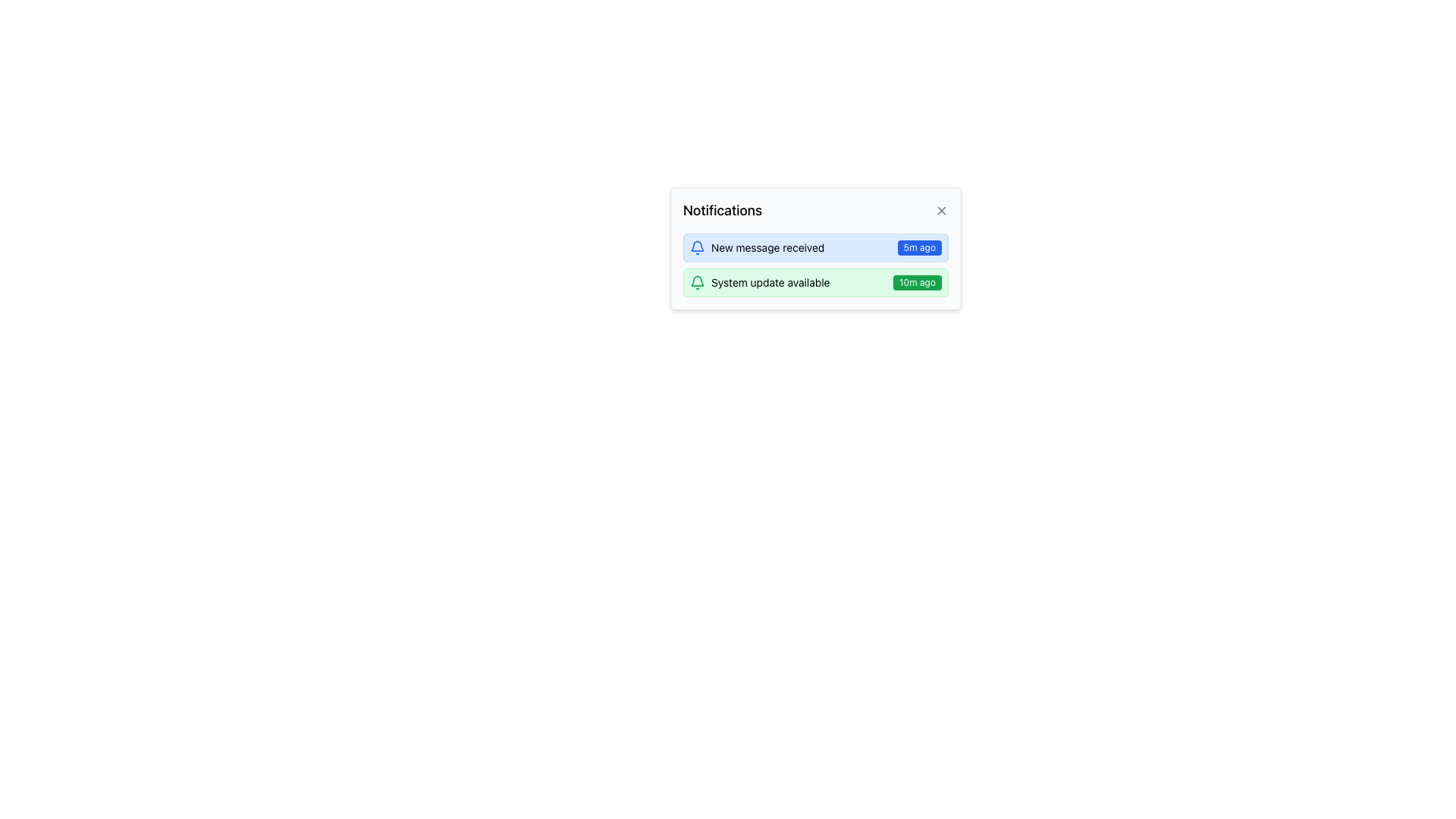  Describe the element at coordinates (918, 247) in the screenshot. I see `the timestamp label that provides information about the time elapsed since the event occurred, positioned to the right of the 'New message received' text in the notification card` at that location.